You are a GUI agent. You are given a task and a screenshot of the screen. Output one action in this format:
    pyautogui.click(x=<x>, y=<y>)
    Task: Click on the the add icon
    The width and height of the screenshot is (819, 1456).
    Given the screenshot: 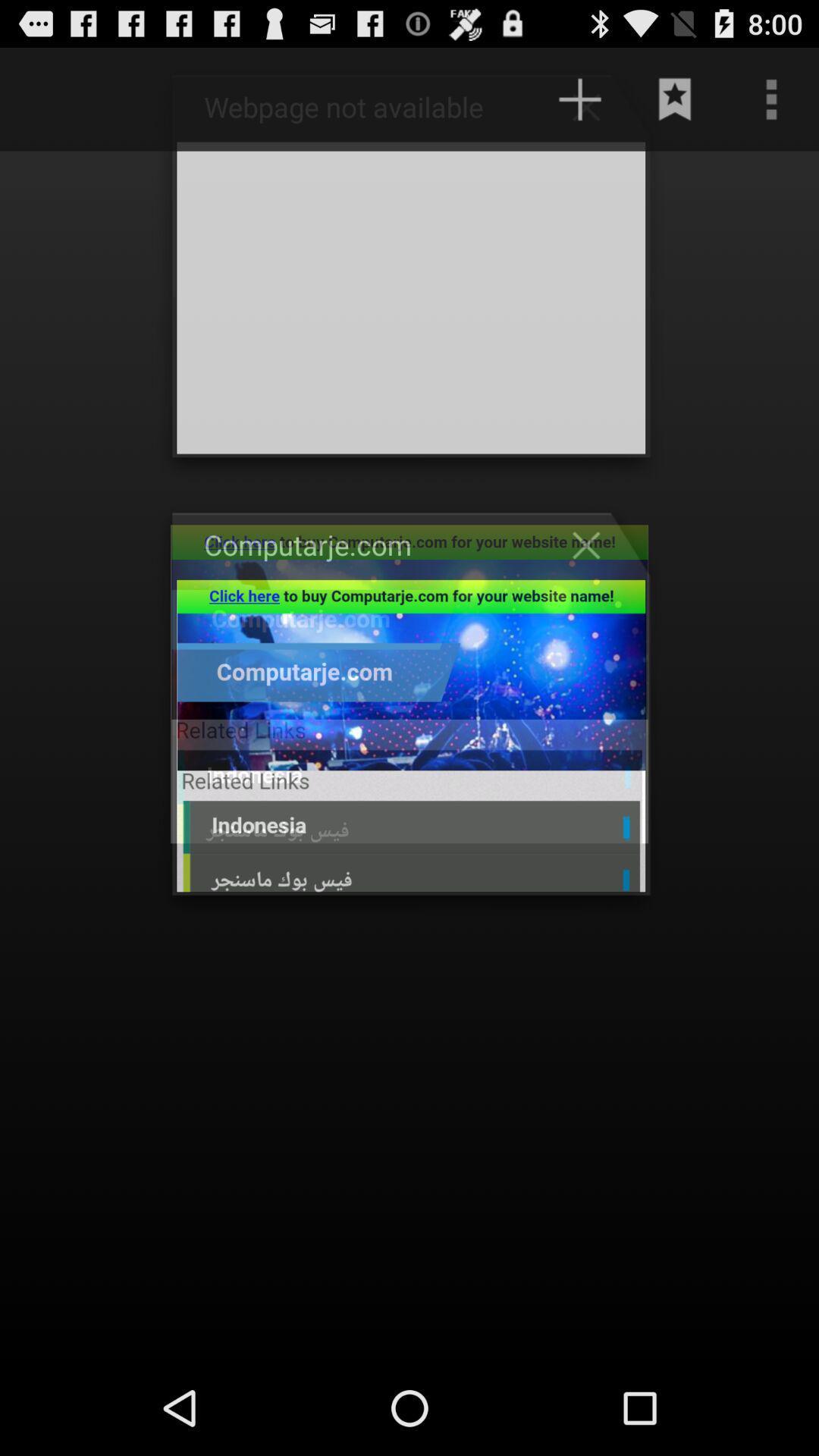 What is the action you would take?
    pyautogui.click(x=579, y=105)
    